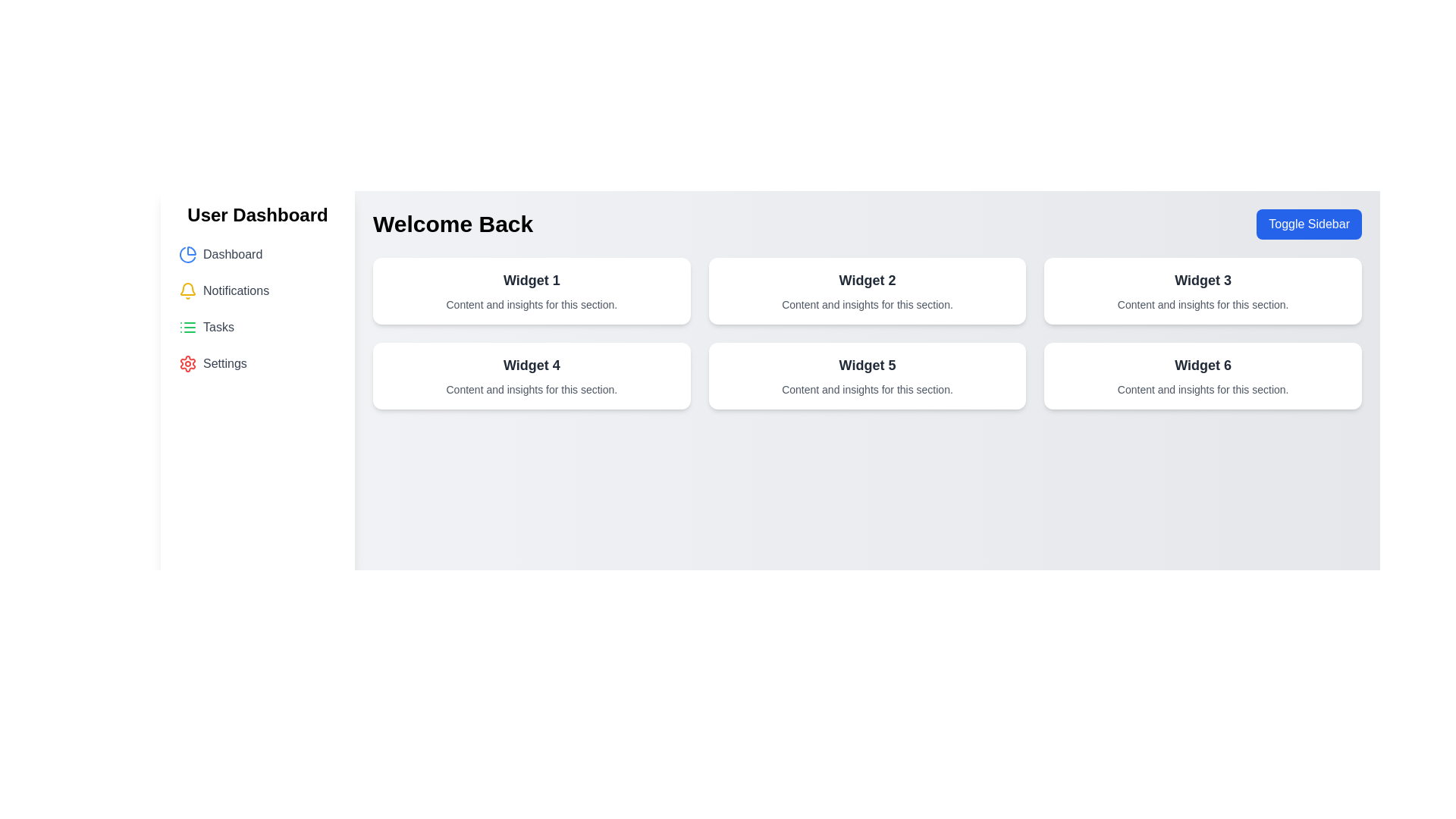 The height and width of the screenshot is (819, 1456). Describe the element at coordinates (452, 224) in the screenshot. I see `the prominent heading text that displays 'Welcome Back' by mentioning the message in interactions` at that location.